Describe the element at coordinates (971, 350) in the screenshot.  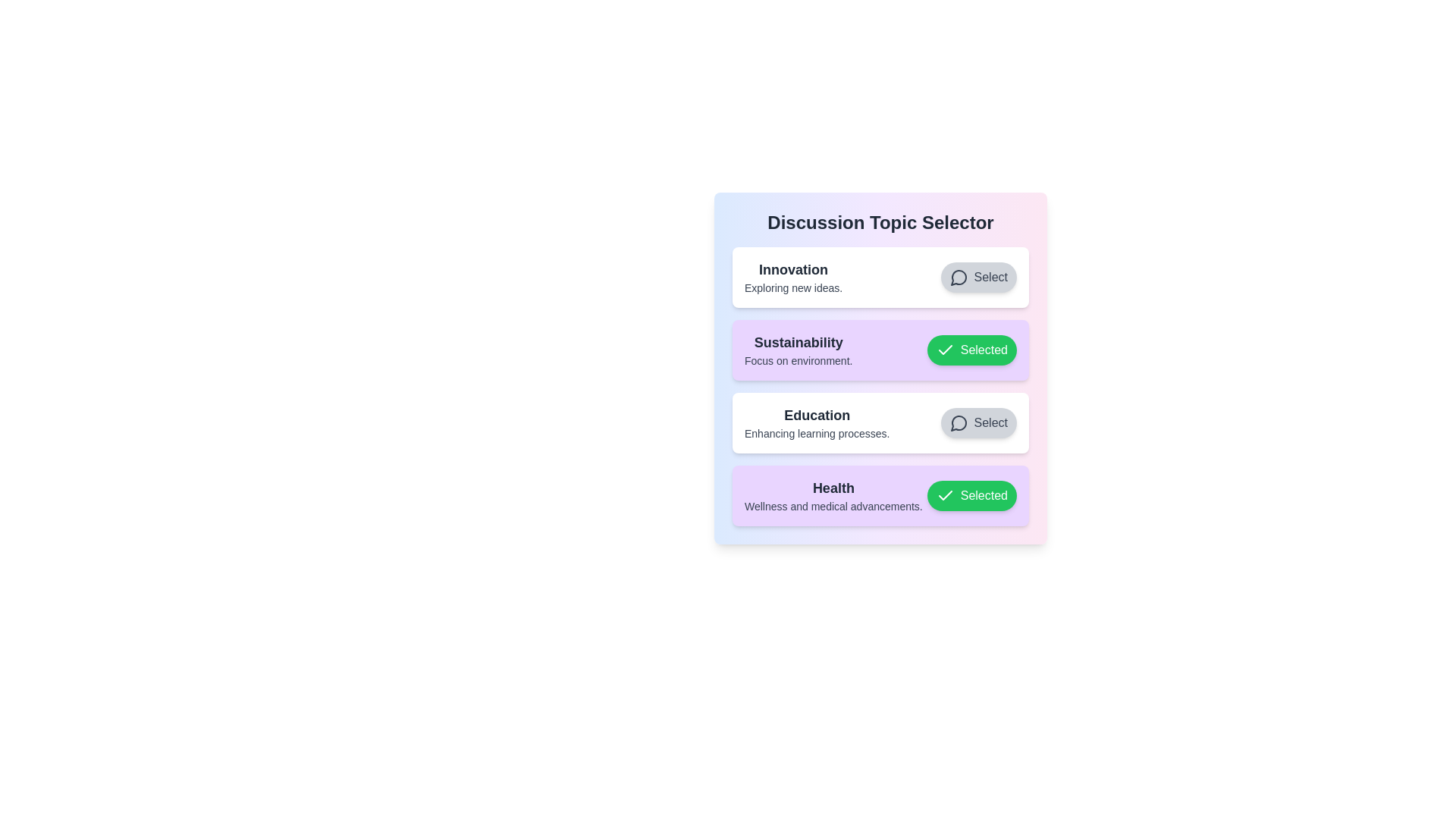
I see `the topic Sustainability` at that location.